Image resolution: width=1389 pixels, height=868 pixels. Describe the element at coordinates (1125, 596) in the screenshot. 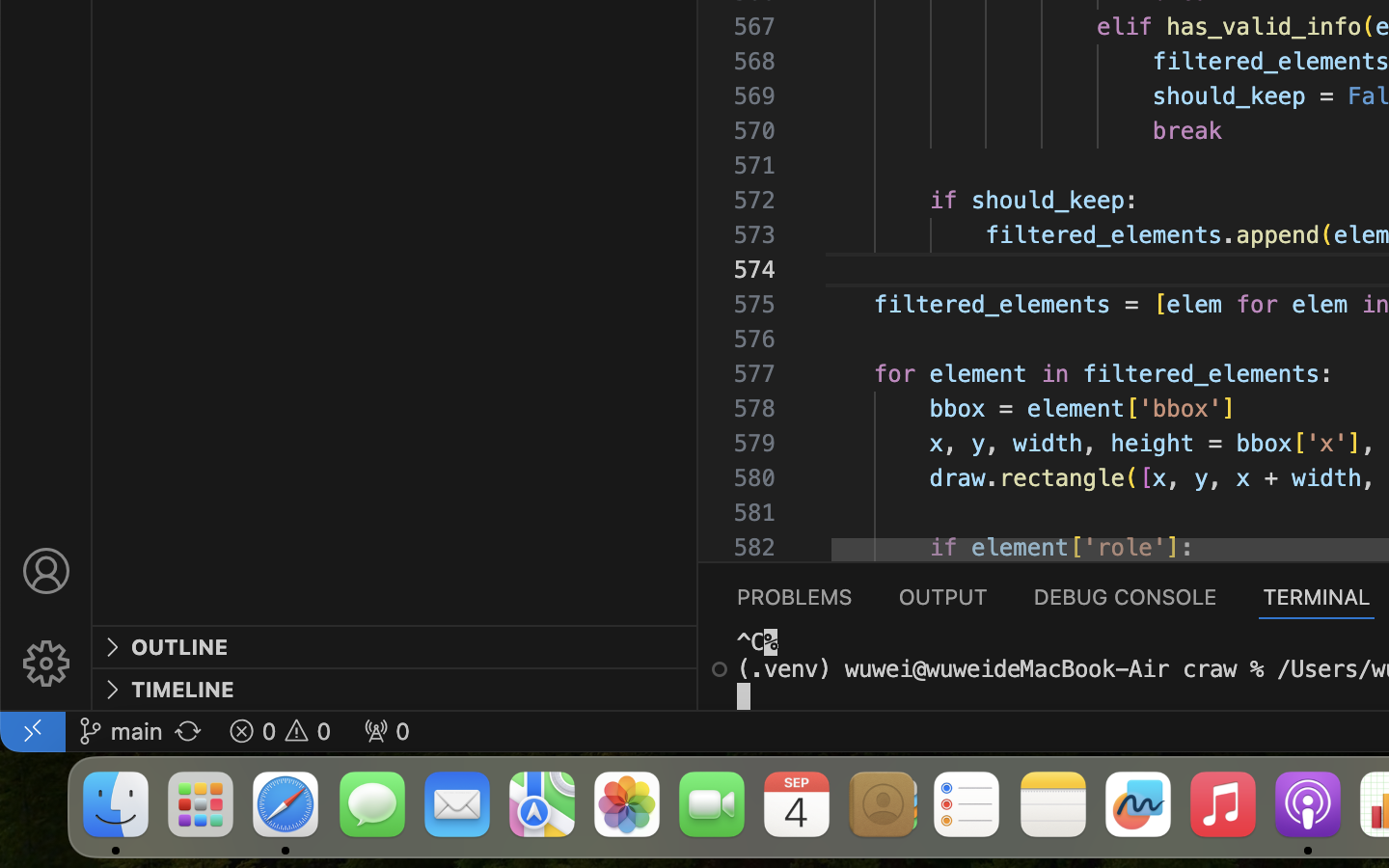

I see `'0 DEBUG CONSOLE'` at that location.